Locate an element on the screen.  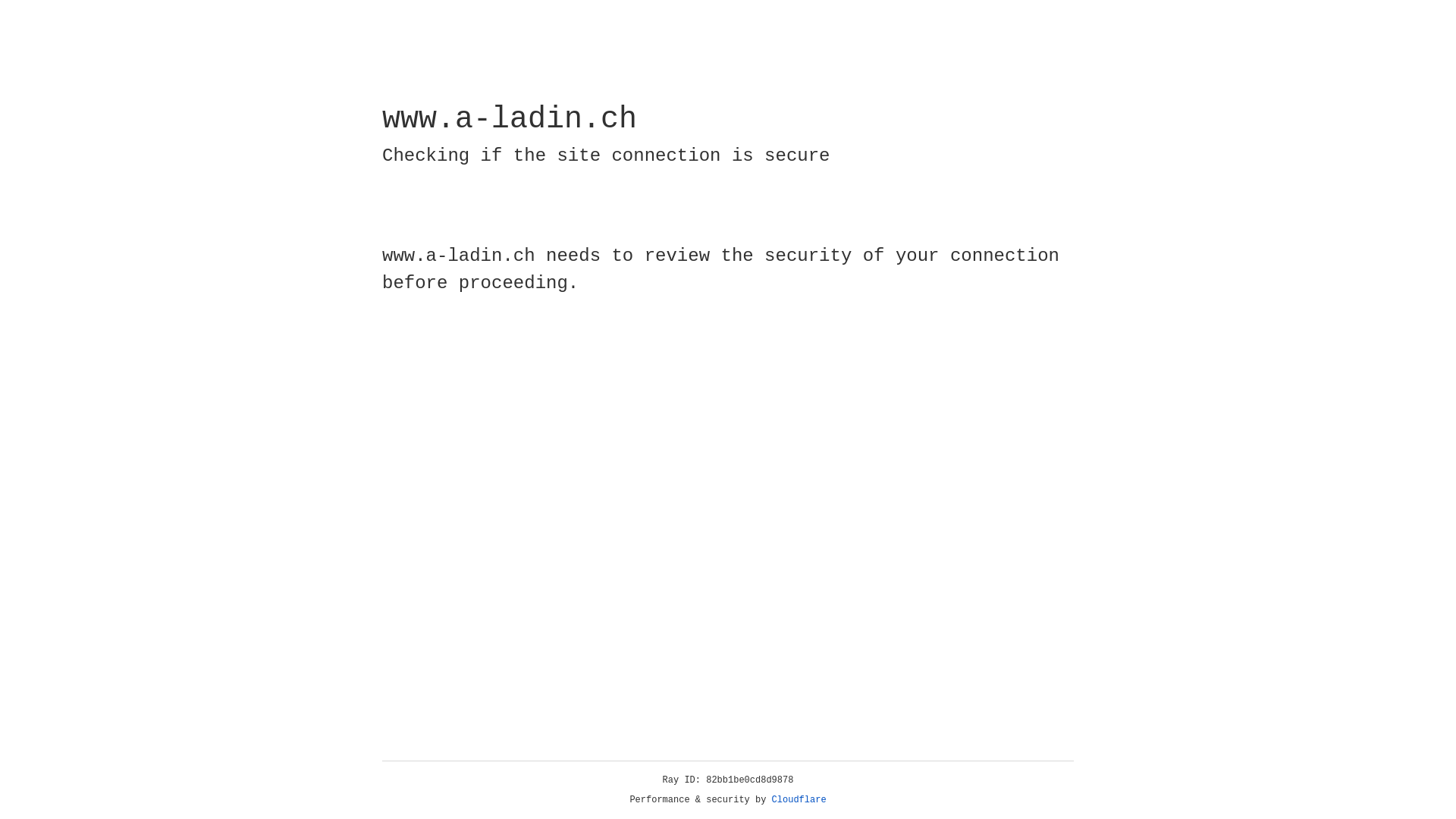
'Cloudflare' is located at coordinates (799, 799).